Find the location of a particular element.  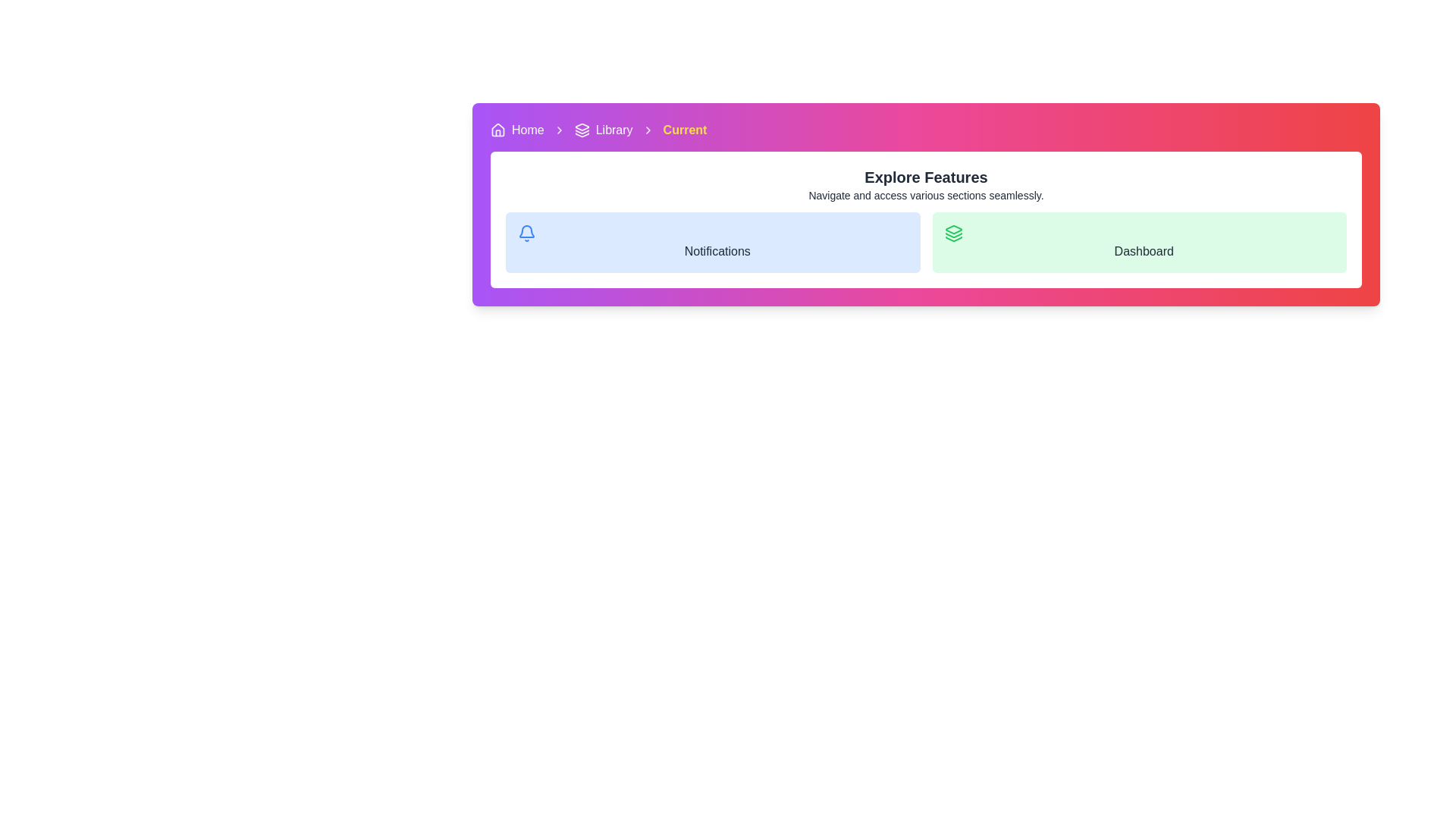

the chevron icon in the breadcrumb navigation bar, which indicates progression from 'Home' to 'Library' is located at coordinates (558, 130).